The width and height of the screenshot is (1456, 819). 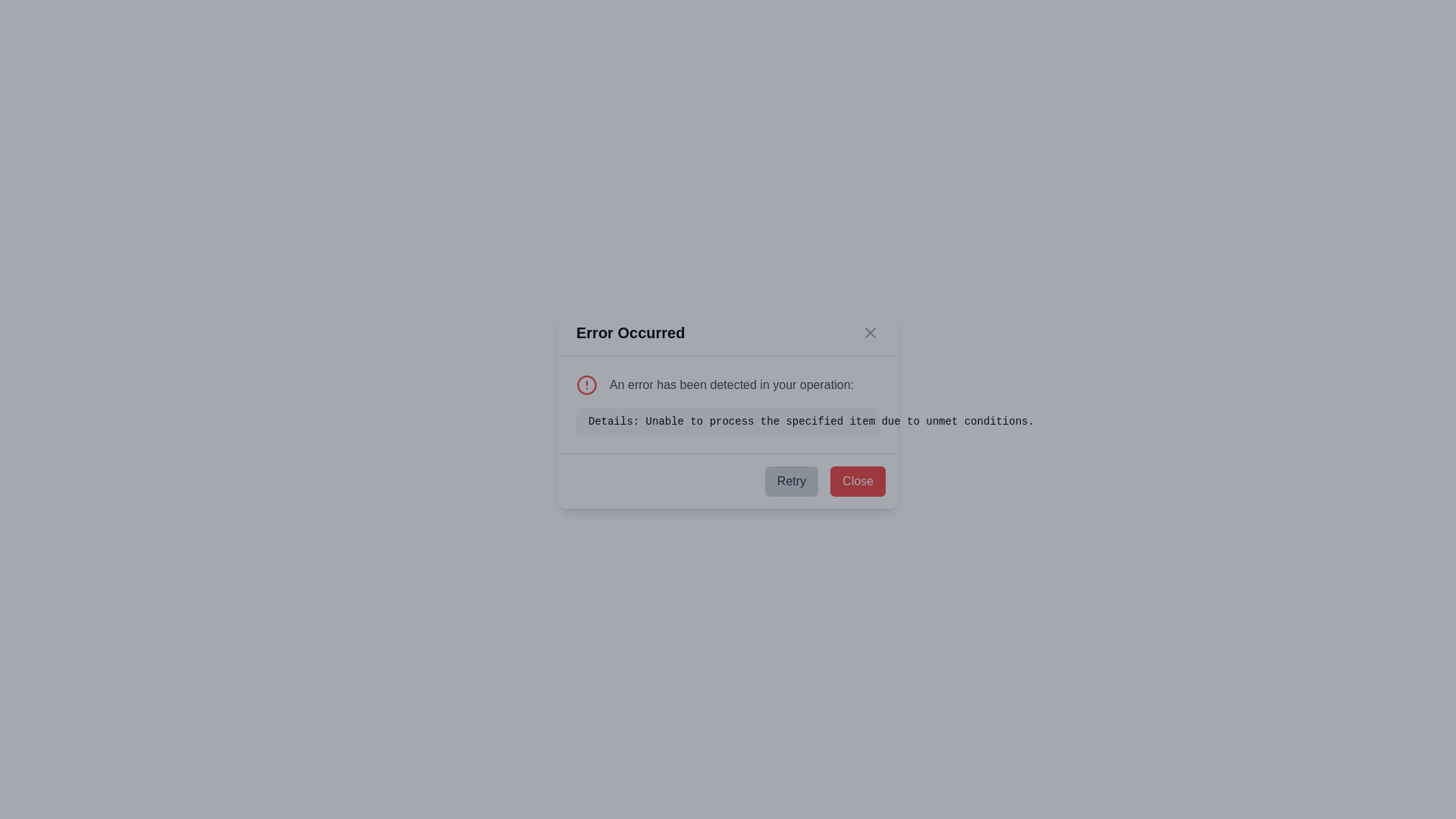 I want to click on the static text label with an alert icon that indicates an error notification, positioned below the modal title 'Error Occurred' in the center of the modal body, so click(x=728, y=384).